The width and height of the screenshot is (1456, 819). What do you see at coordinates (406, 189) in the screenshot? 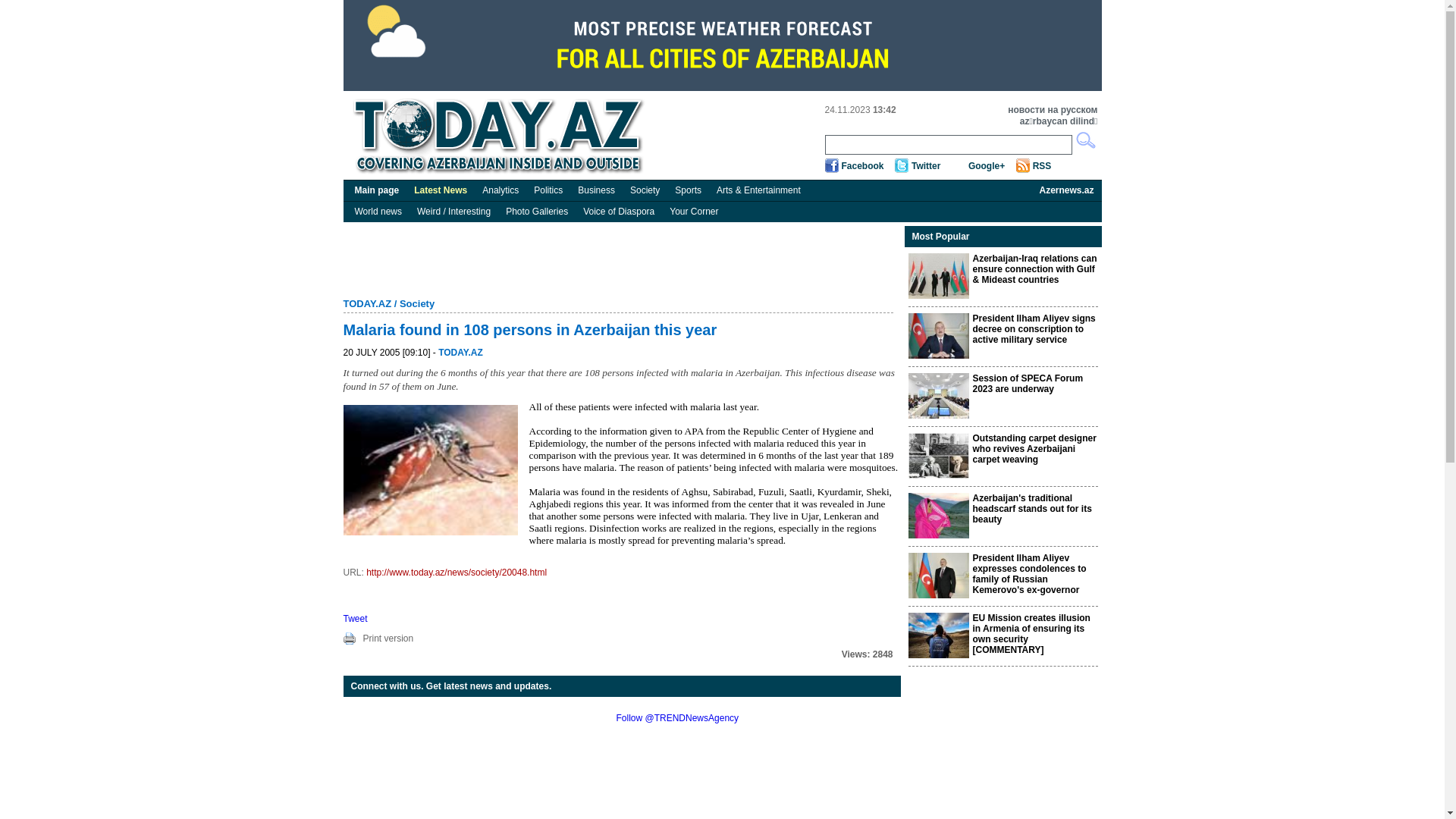
I see `'Latest News'` at bounding box center [406, 189].